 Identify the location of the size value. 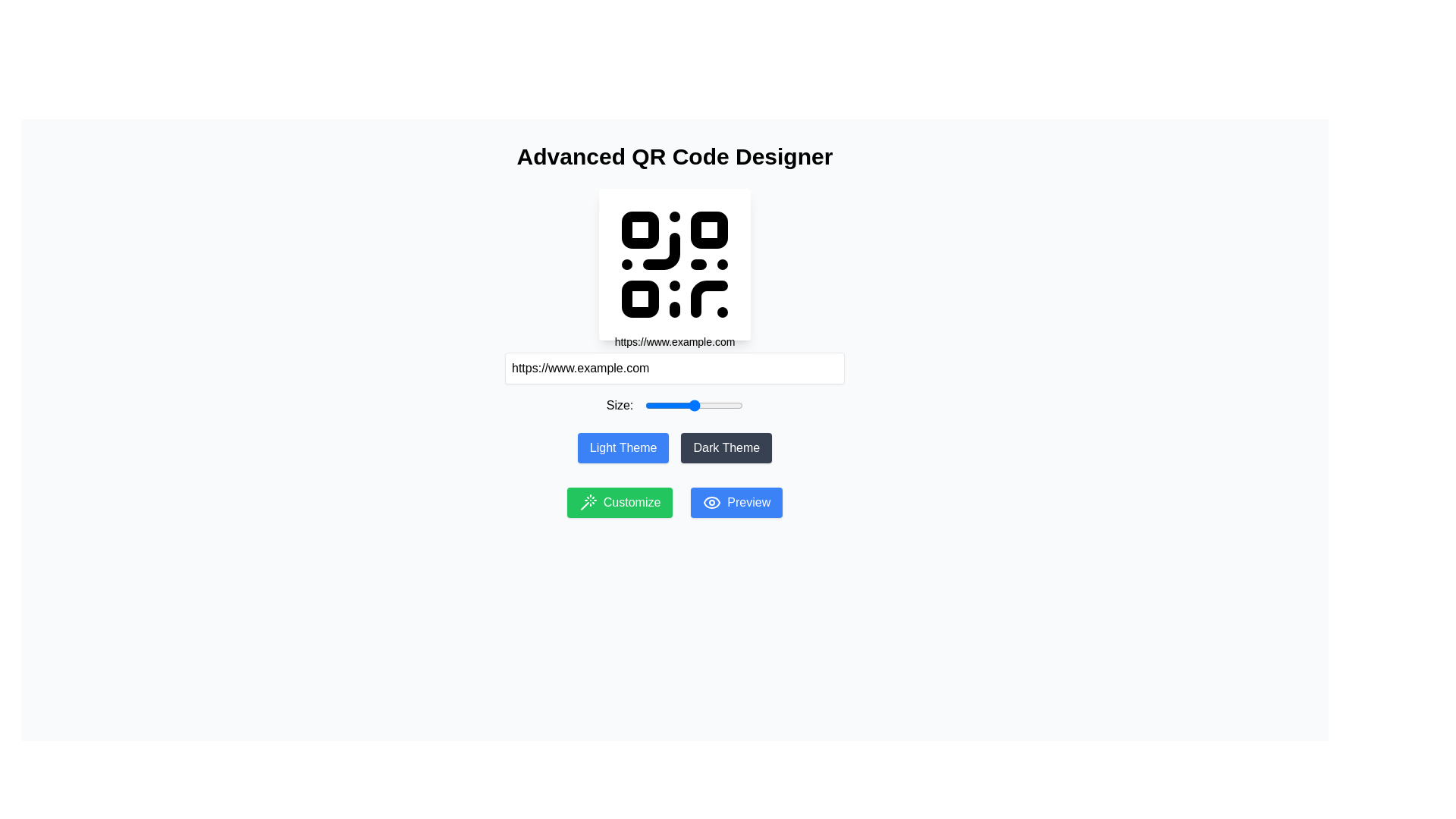
(692, 405).